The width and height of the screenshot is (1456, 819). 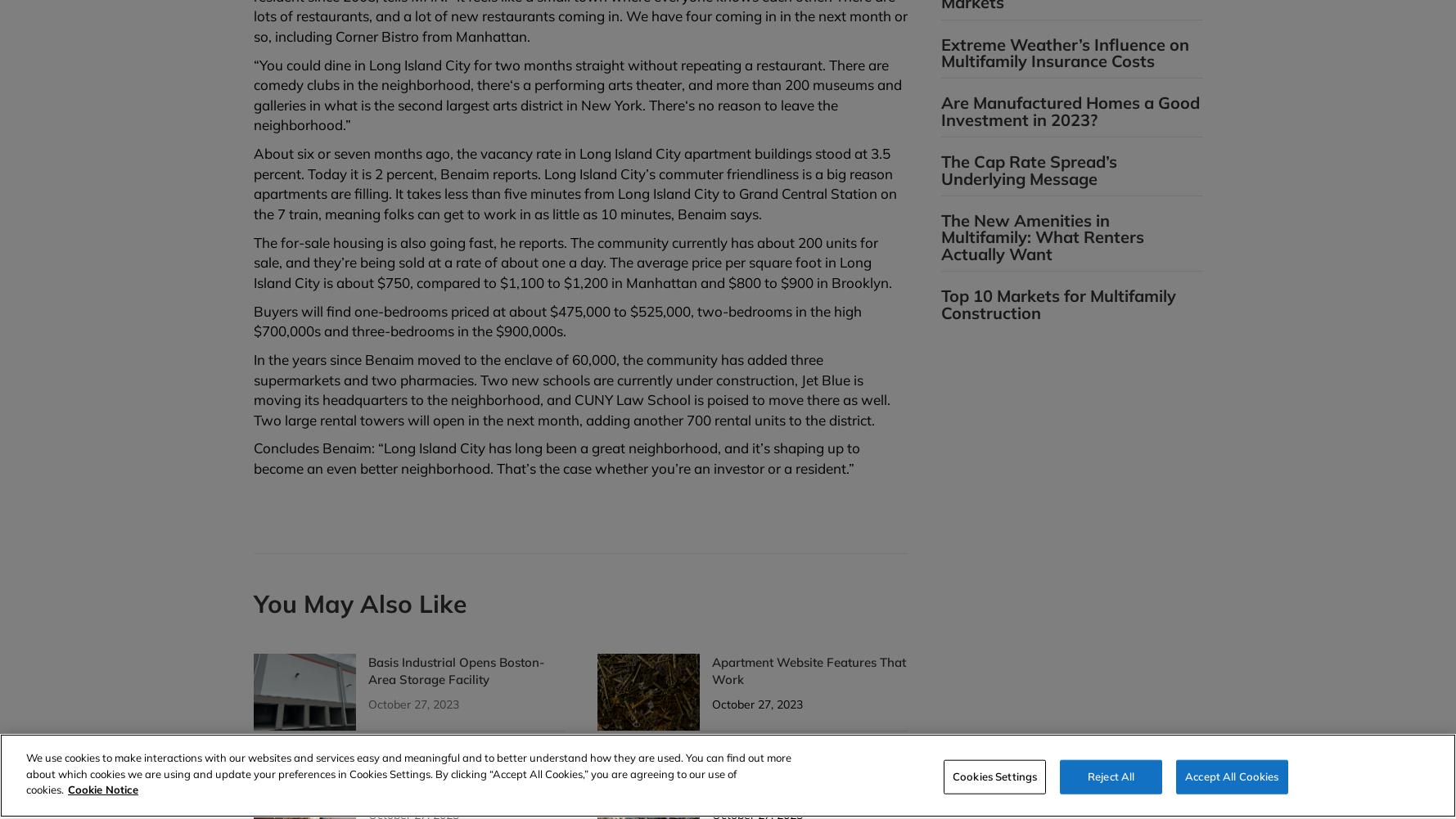 What do you see at coordinates (1028, 169) in the screenshot?
I see `'The Cap Rate Spread’s Underlying Message'` at bounding box center [1028, 169].